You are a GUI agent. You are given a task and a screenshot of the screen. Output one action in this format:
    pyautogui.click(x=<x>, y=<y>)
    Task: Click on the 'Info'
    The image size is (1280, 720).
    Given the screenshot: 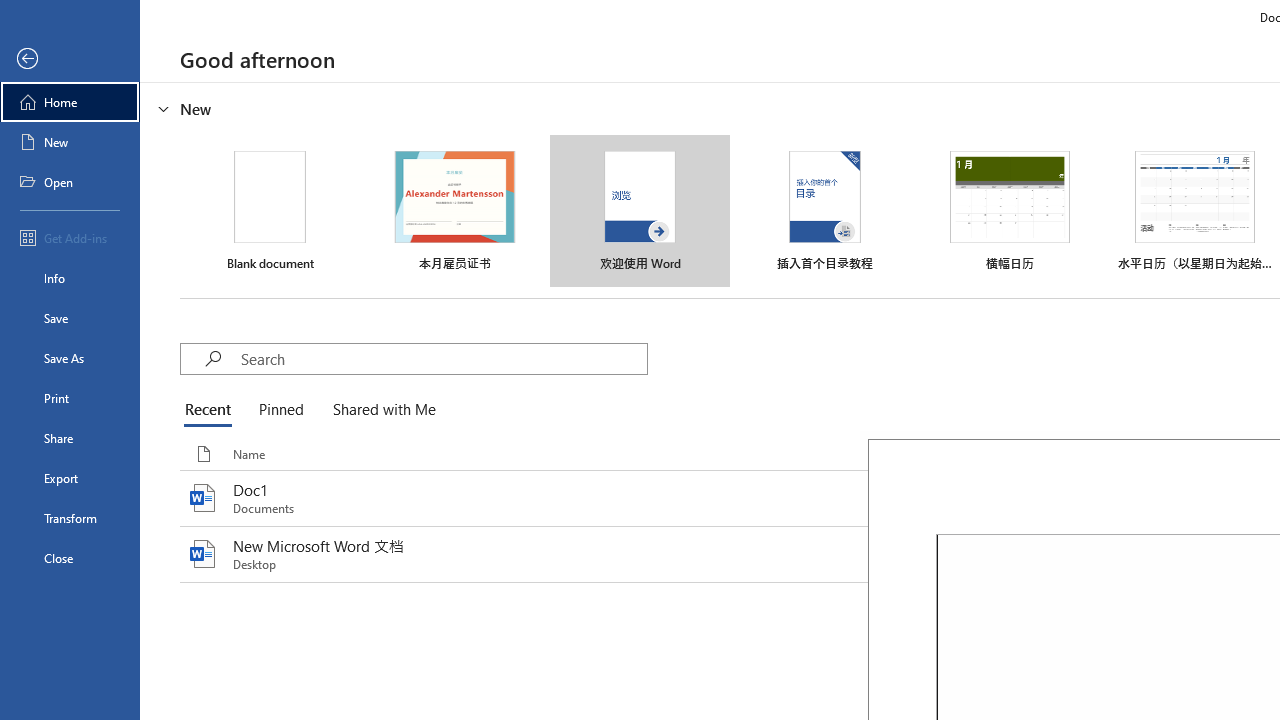 What is the action you would take?
    pyautogui.click(x=69, y=277)
    